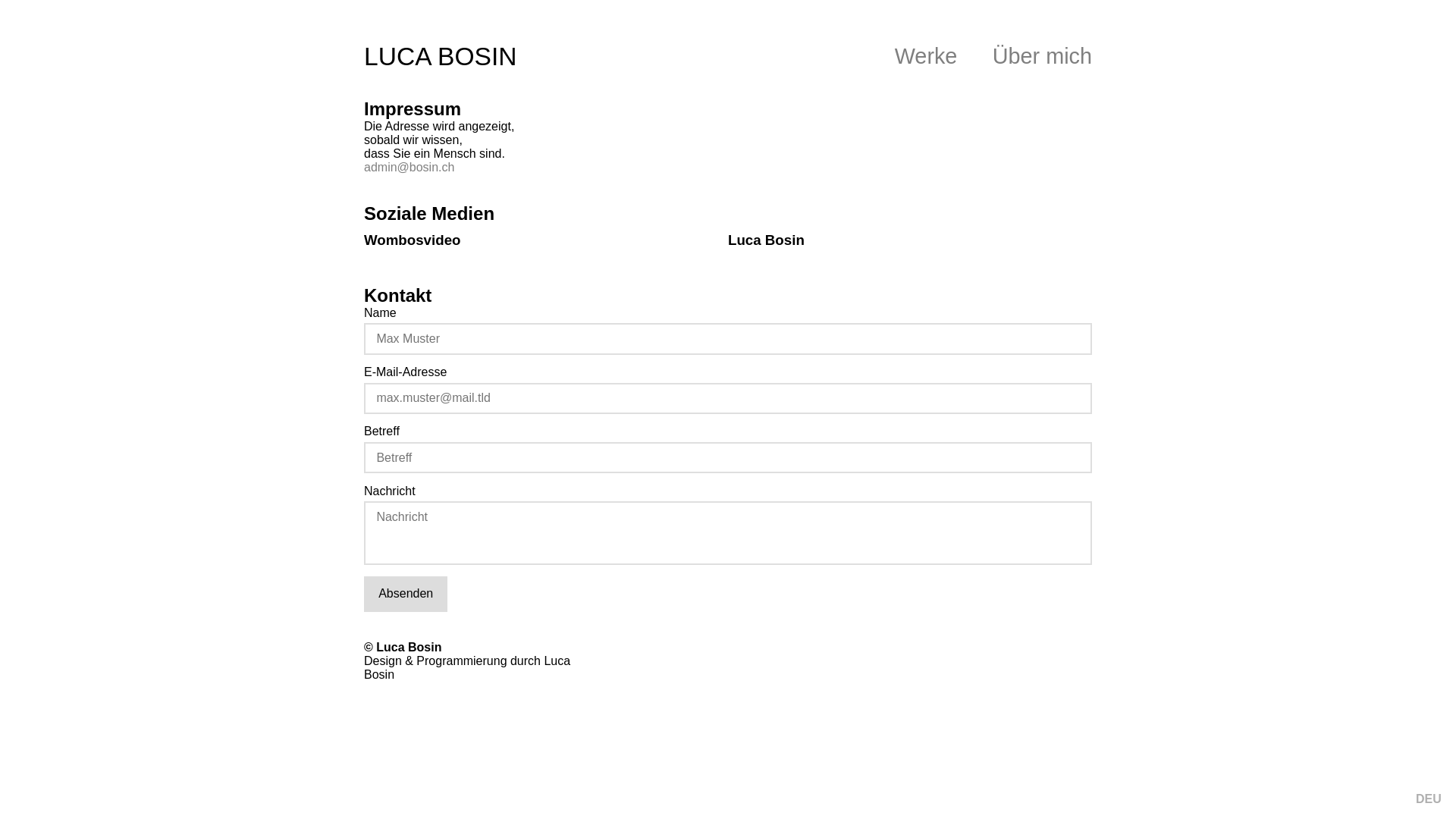 Image resolution: width=1456 pixels, height=819 pixels. Describe the element at coordinates (1427, 798) in the screenshot. I see `'DEU'` at that location.